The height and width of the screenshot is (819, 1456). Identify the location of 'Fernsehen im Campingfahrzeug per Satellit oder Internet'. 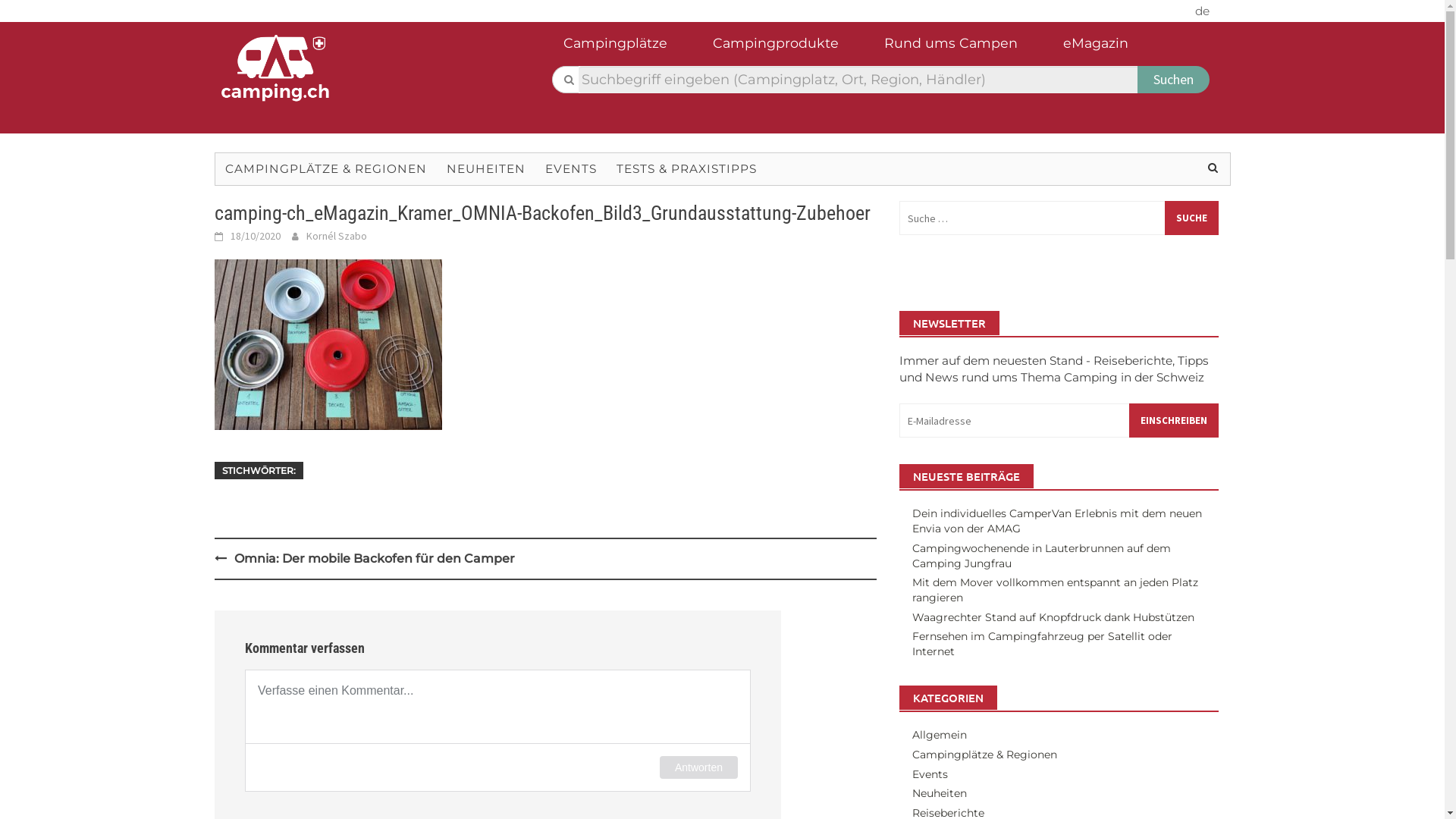
(1041, 643).